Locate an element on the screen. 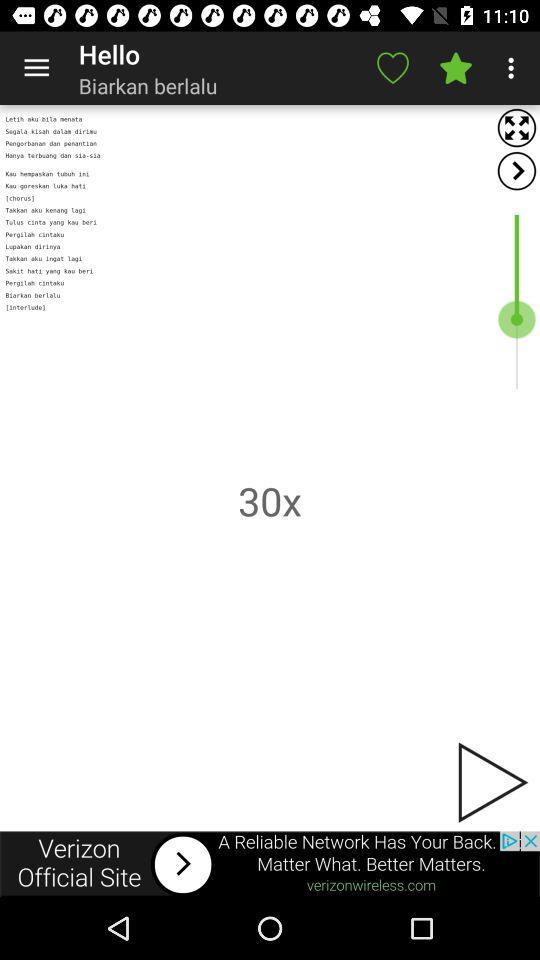 The height and width of the screenshot is (960, 540). forward is located at coordinates (516, 170).